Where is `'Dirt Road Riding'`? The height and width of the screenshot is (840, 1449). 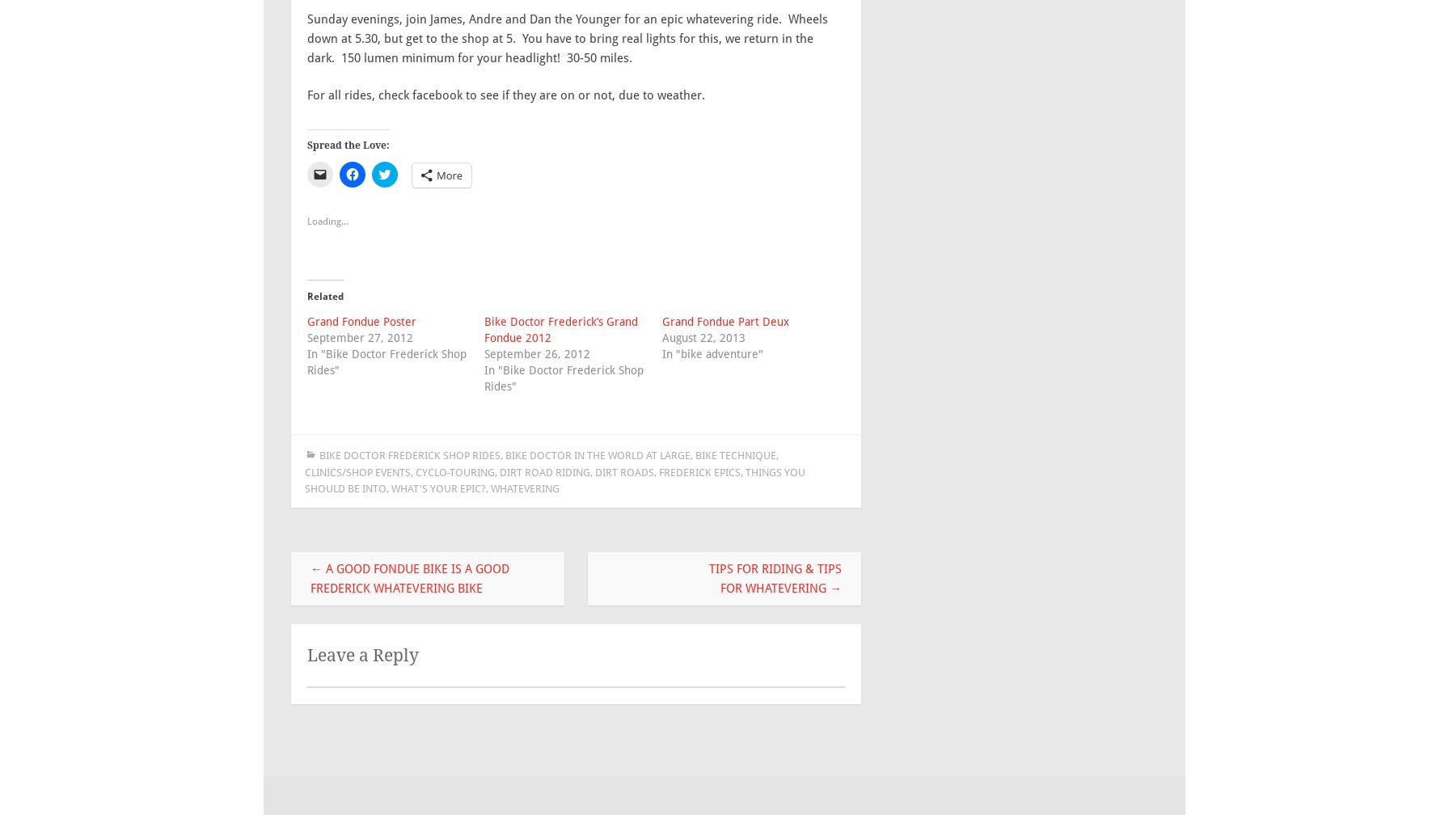
'Dirt Road Riding' is located at coordinates (544, 471).